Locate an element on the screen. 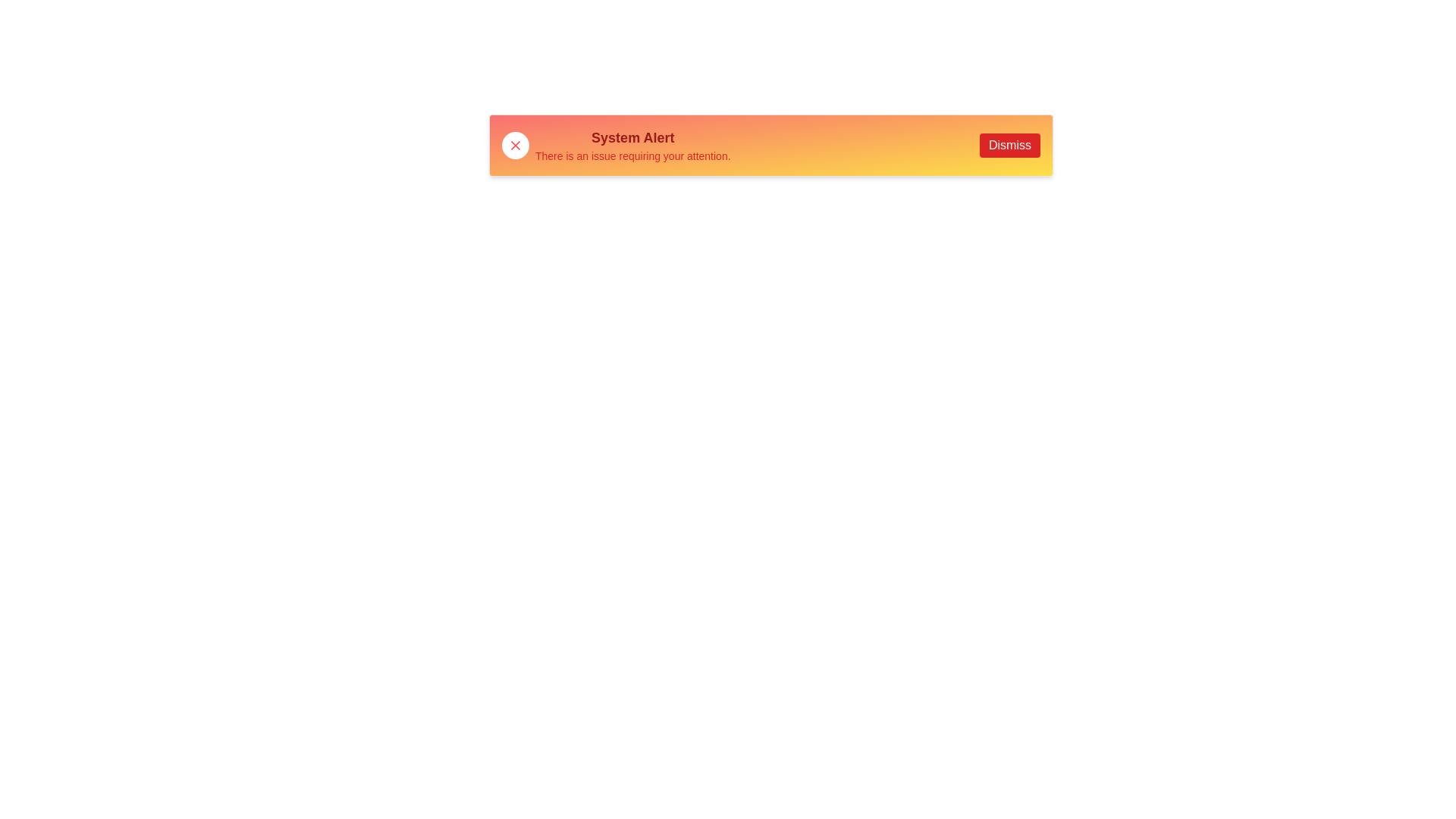 The height and width of the screenshot is (819, 1456). the top-right to bottom-left diagonal red line of the X icon located in the top-left corner of the alert box is located at coordinates (516, 146).